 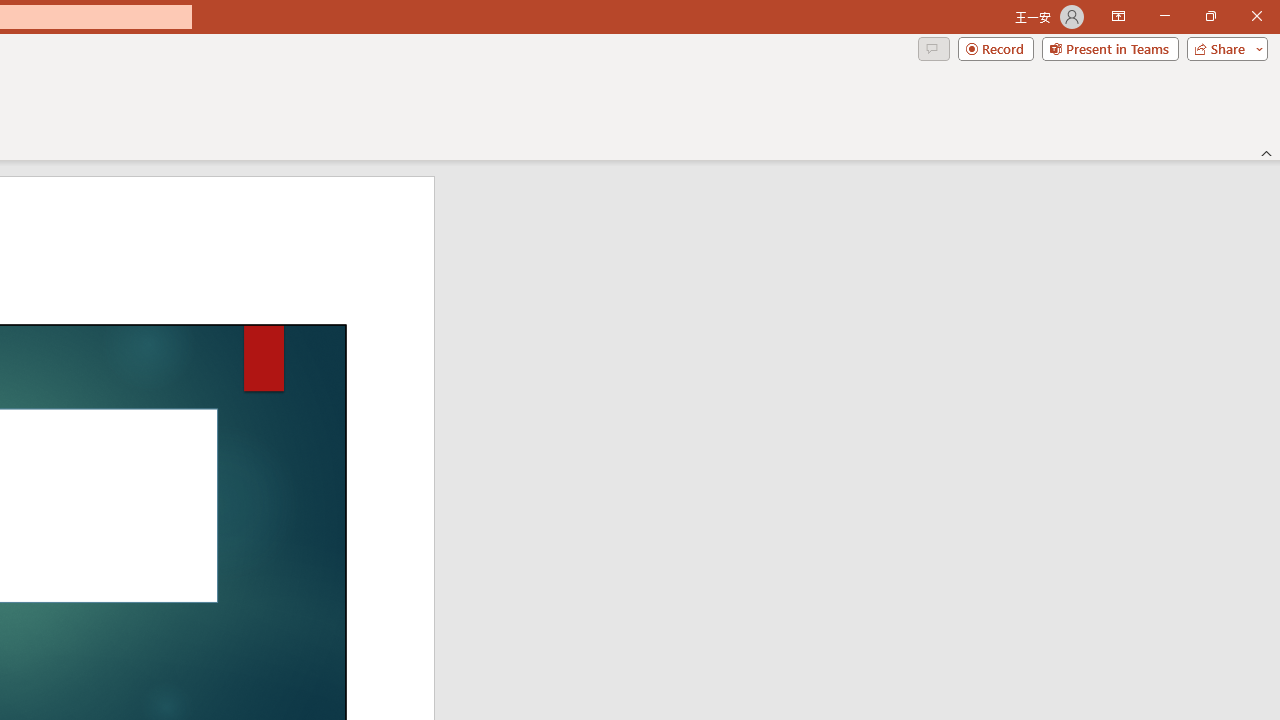 I want to click on 'Minimize', so click(x=1164, y=16).